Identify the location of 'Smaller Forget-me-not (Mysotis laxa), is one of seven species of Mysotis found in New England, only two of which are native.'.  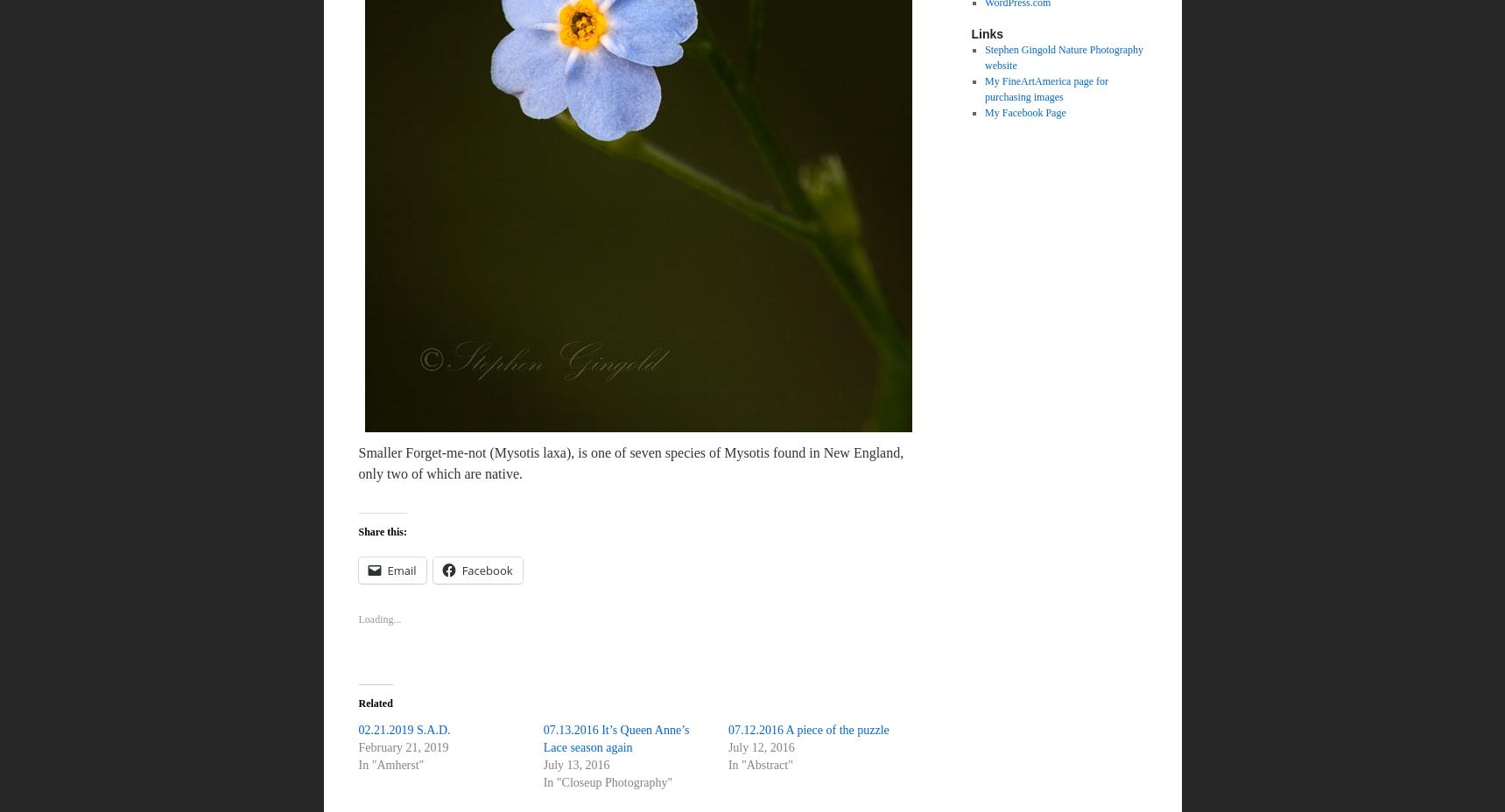
(357, 462).